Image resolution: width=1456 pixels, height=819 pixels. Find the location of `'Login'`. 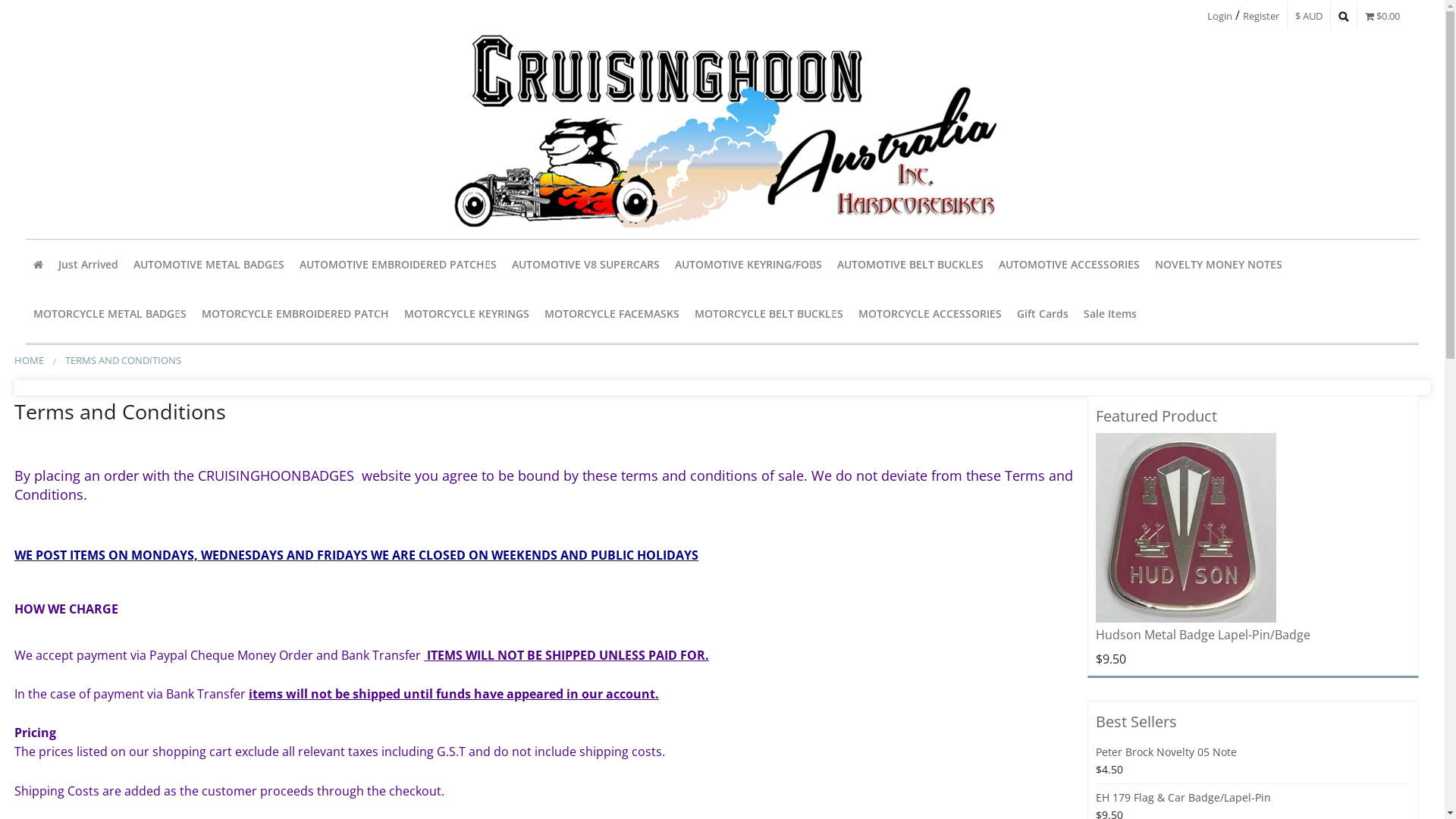

'Login' is located at coordinates (1219, 15).